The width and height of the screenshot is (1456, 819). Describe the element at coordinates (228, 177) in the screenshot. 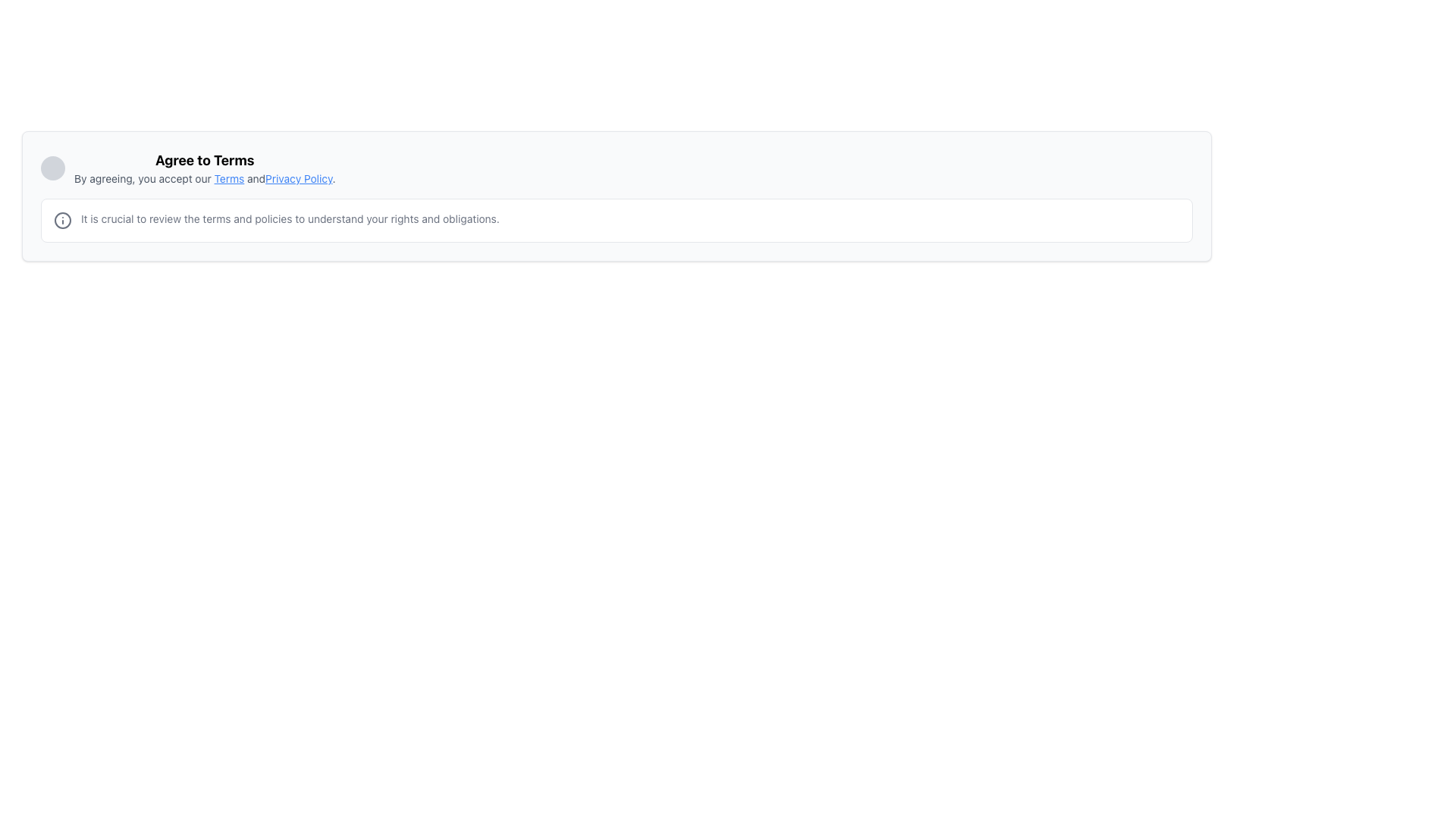

I see `the 'Terms' hyperlink, which is styled in blue and underlined` at that location.